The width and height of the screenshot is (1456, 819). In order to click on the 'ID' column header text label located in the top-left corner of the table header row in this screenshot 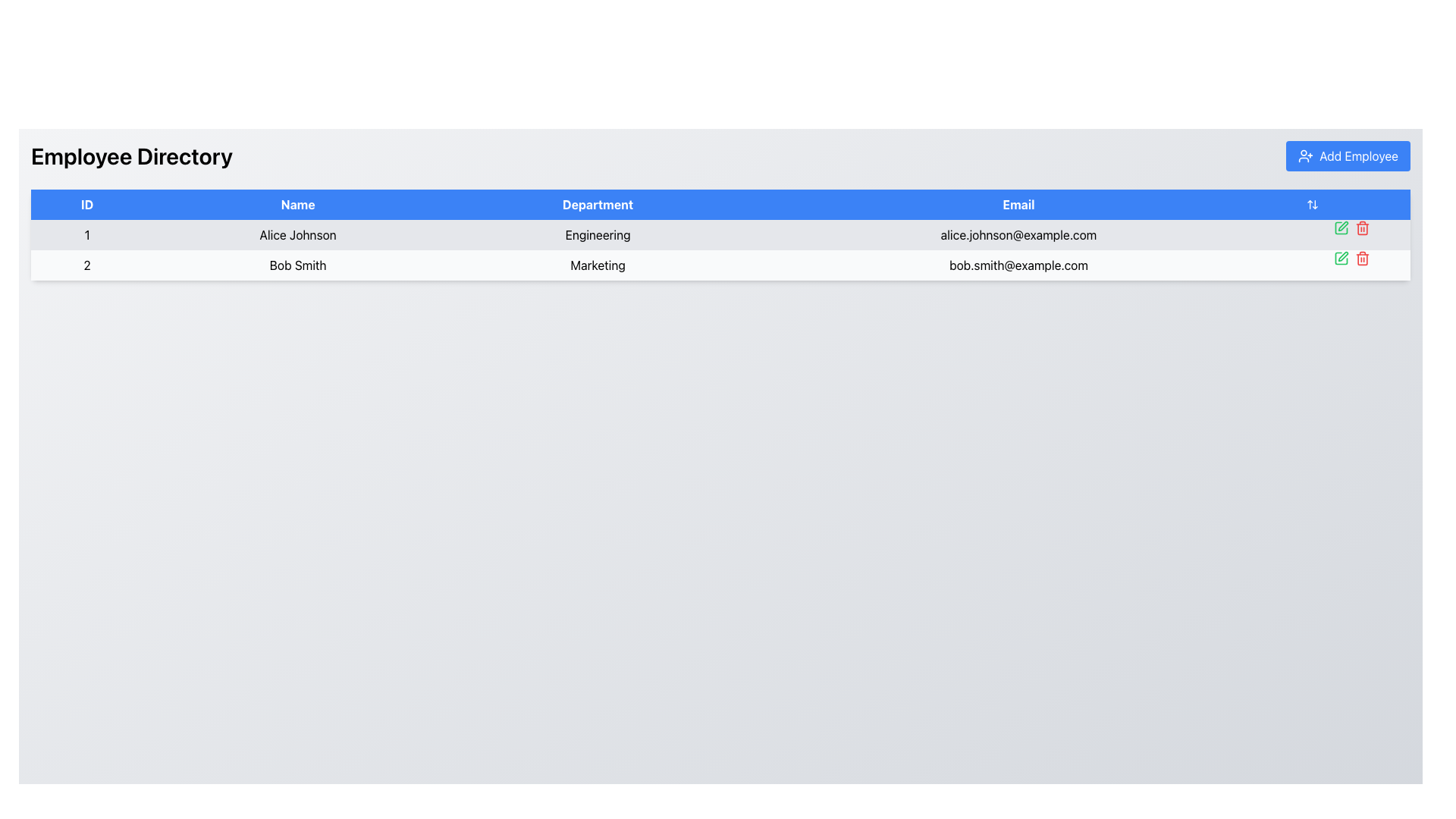, I will do `click(86, 205)`.